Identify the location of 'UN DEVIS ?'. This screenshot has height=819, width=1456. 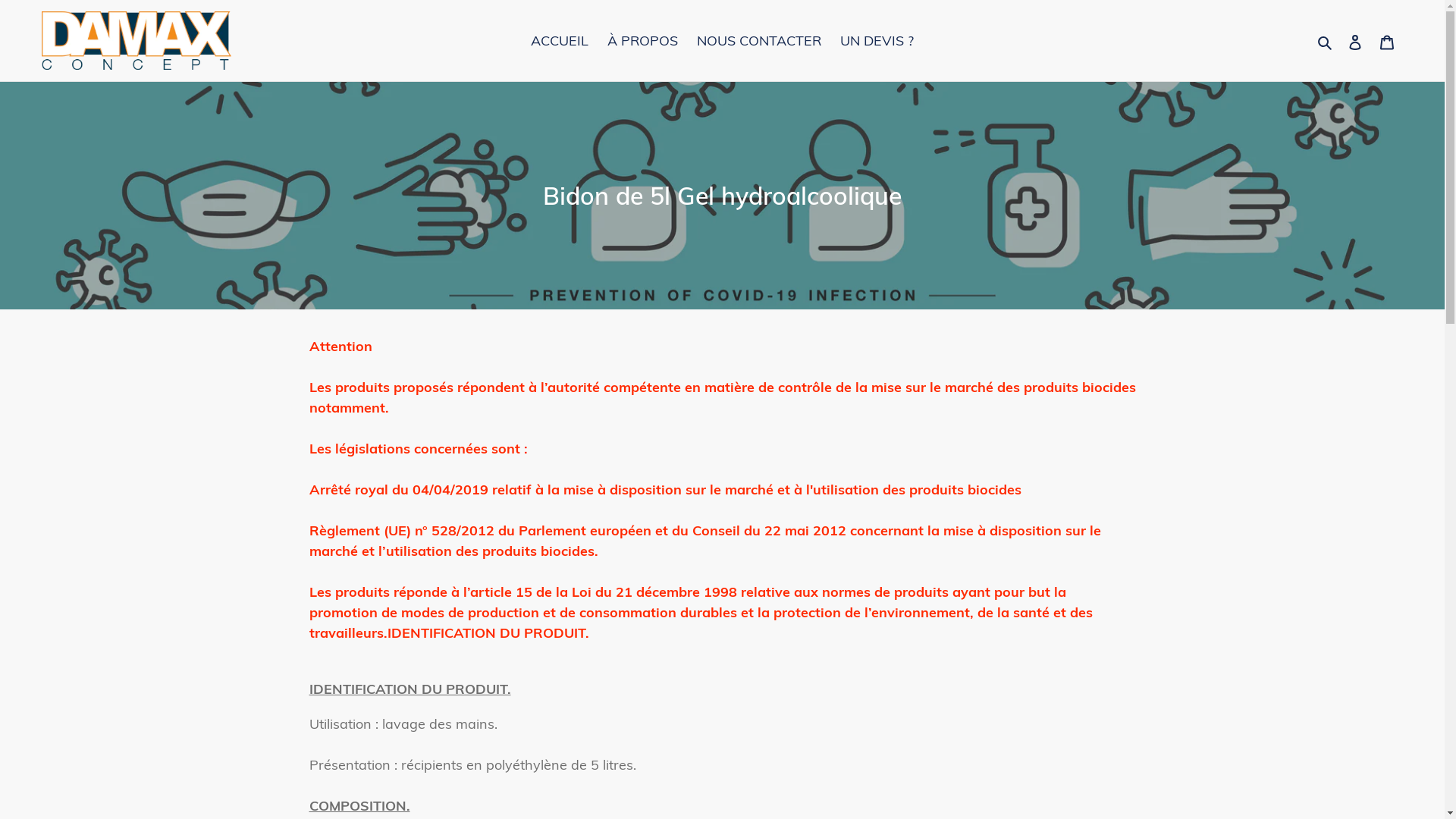
(877, 39).